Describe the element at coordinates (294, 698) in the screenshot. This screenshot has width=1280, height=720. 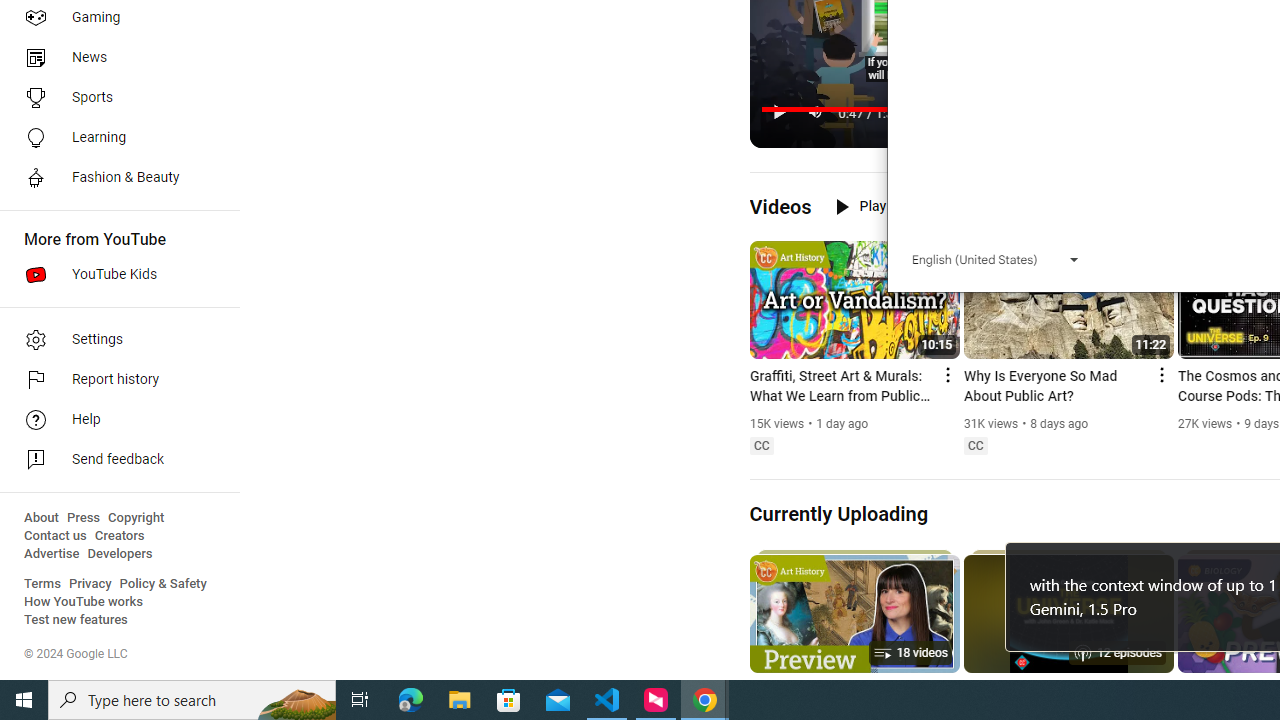
I see `'Search highlights icon opens search home window'` at that location.